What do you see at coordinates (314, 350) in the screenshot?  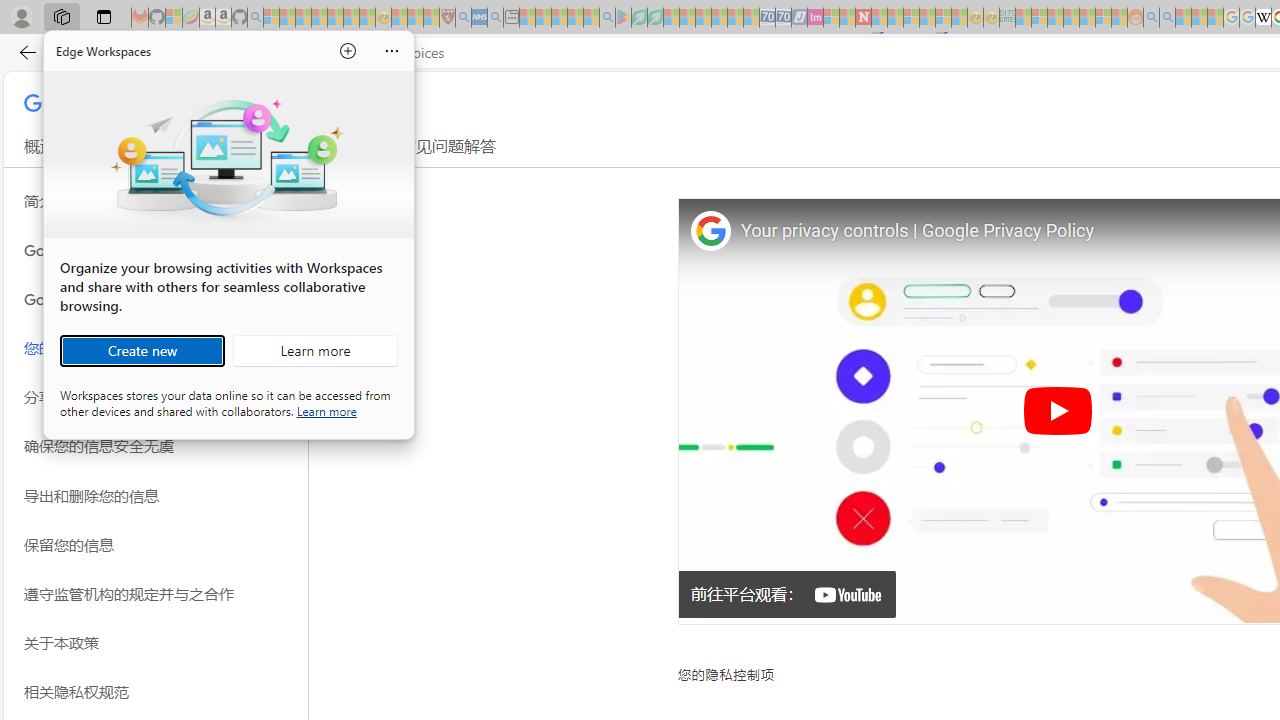 I see `'Learn more about Workspaces'` at bounding box center [314, 350].